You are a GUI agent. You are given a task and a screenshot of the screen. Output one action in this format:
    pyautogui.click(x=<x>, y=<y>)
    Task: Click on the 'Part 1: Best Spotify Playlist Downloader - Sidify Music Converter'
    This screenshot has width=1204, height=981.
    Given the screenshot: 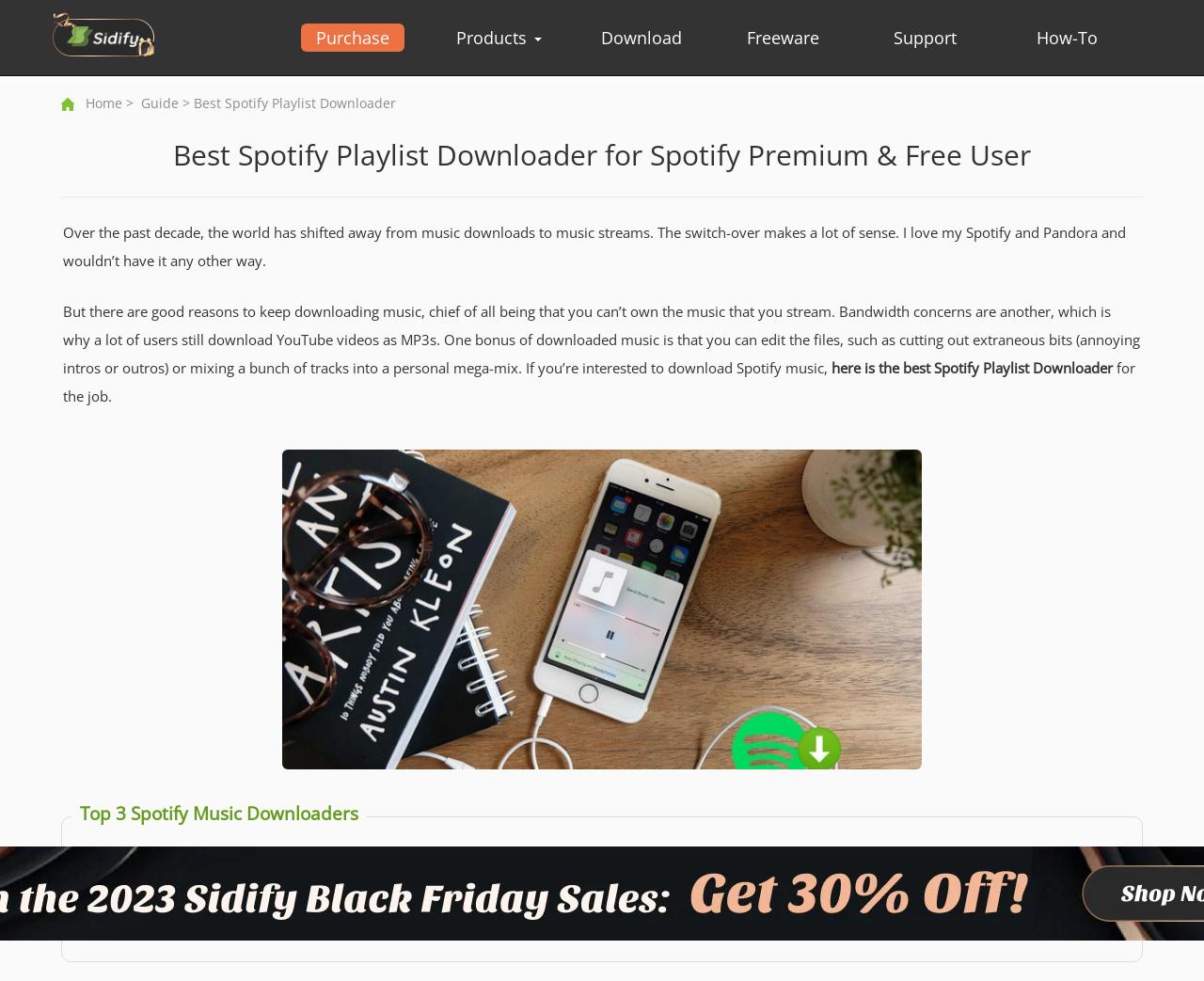 What is the action you would take?
    pyautogui.click(x=318, y=860)
    